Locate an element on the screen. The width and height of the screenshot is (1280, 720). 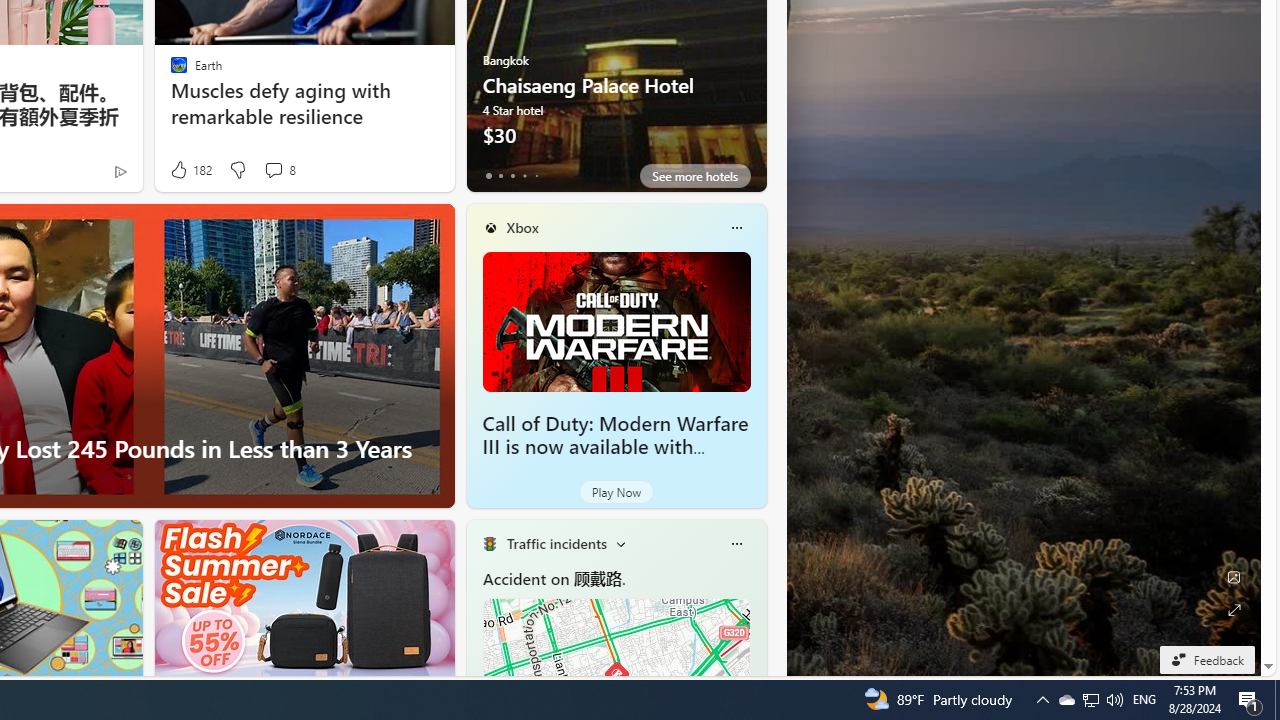
'tab-3' is located at coordinates (524, 175).